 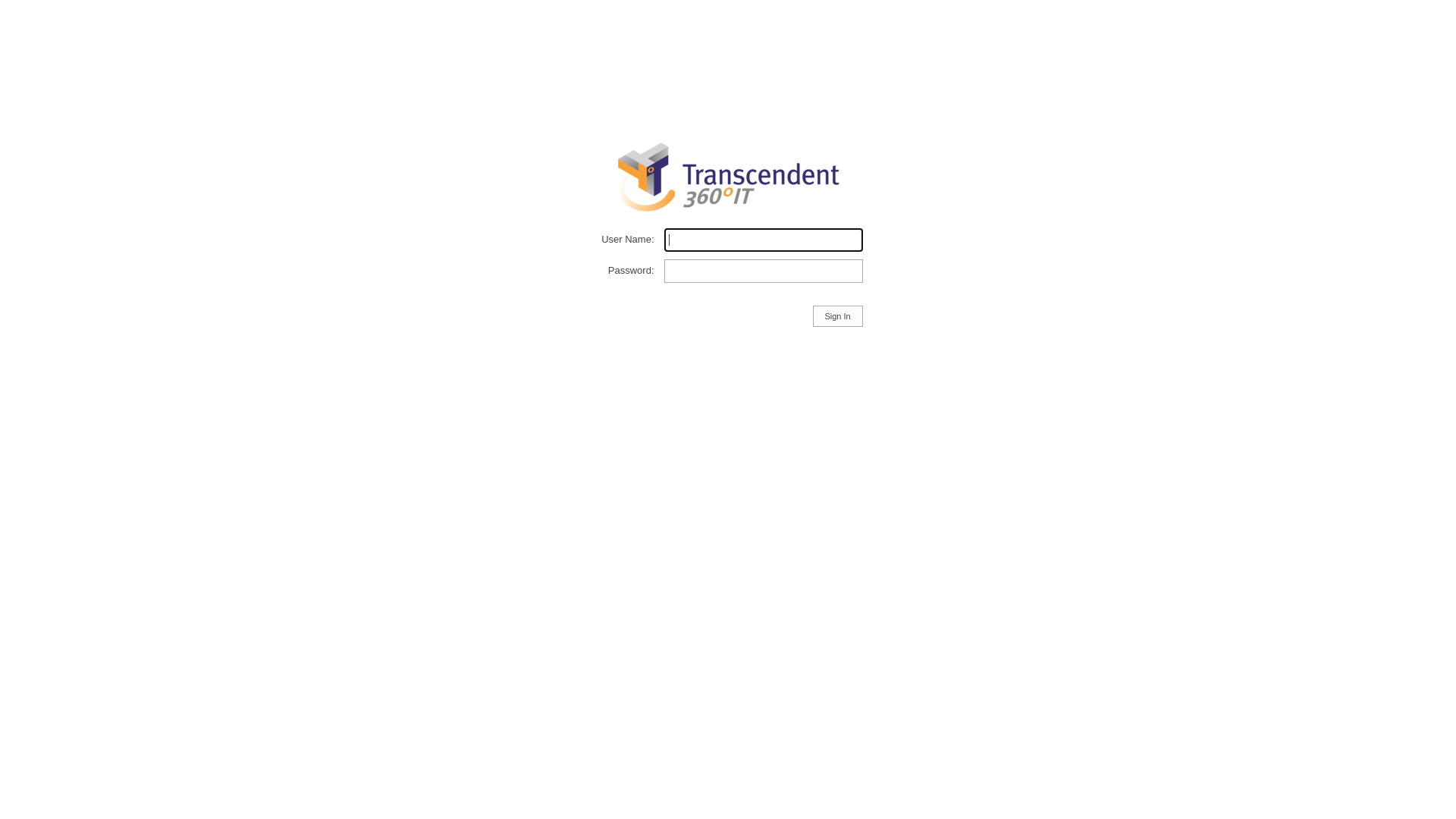 I want to click on 'Sign In', so click(x=811, y=315).